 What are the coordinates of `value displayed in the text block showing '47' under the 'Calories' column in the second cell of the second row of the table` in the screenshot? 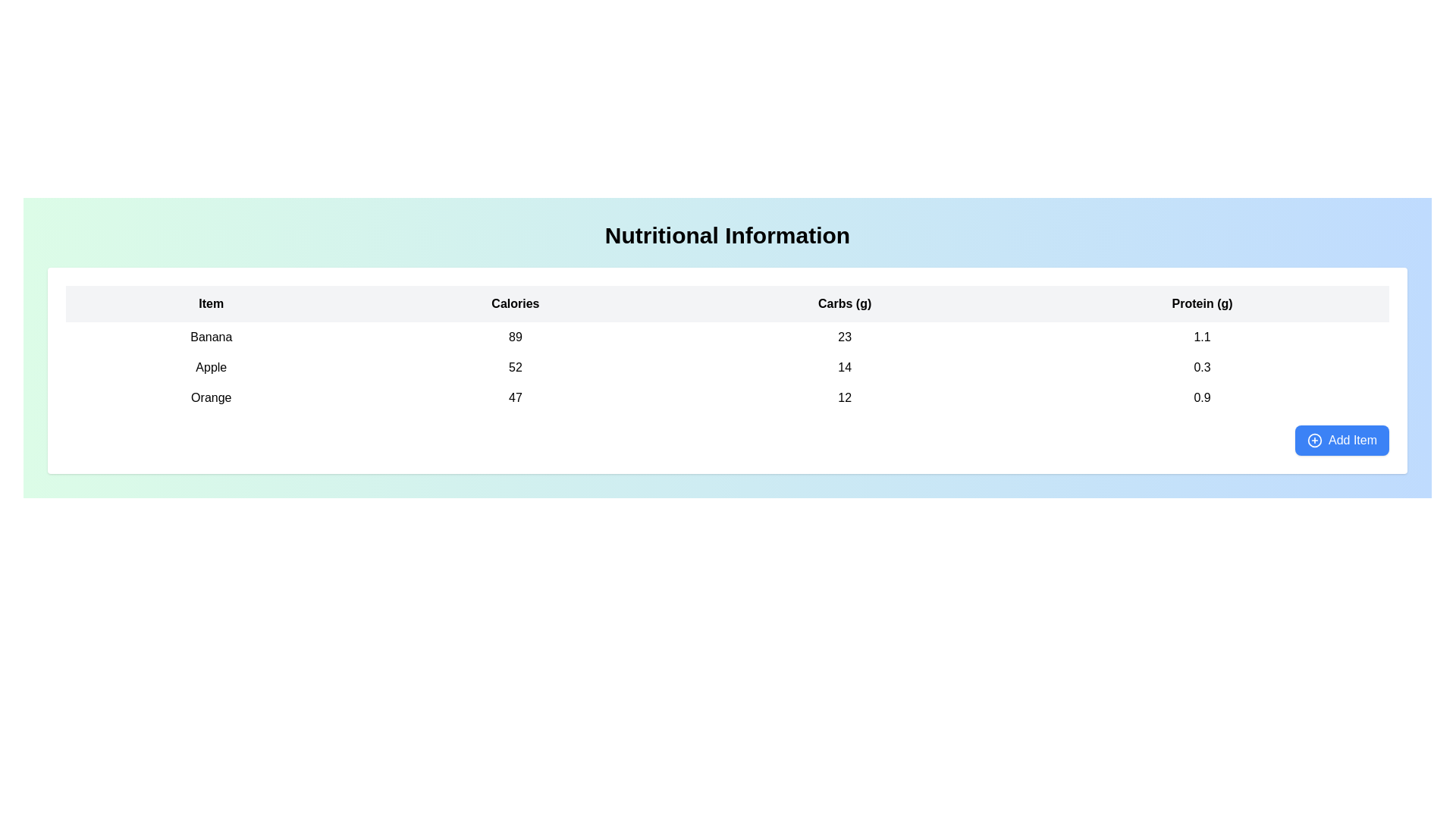 It's located at (515, 397).